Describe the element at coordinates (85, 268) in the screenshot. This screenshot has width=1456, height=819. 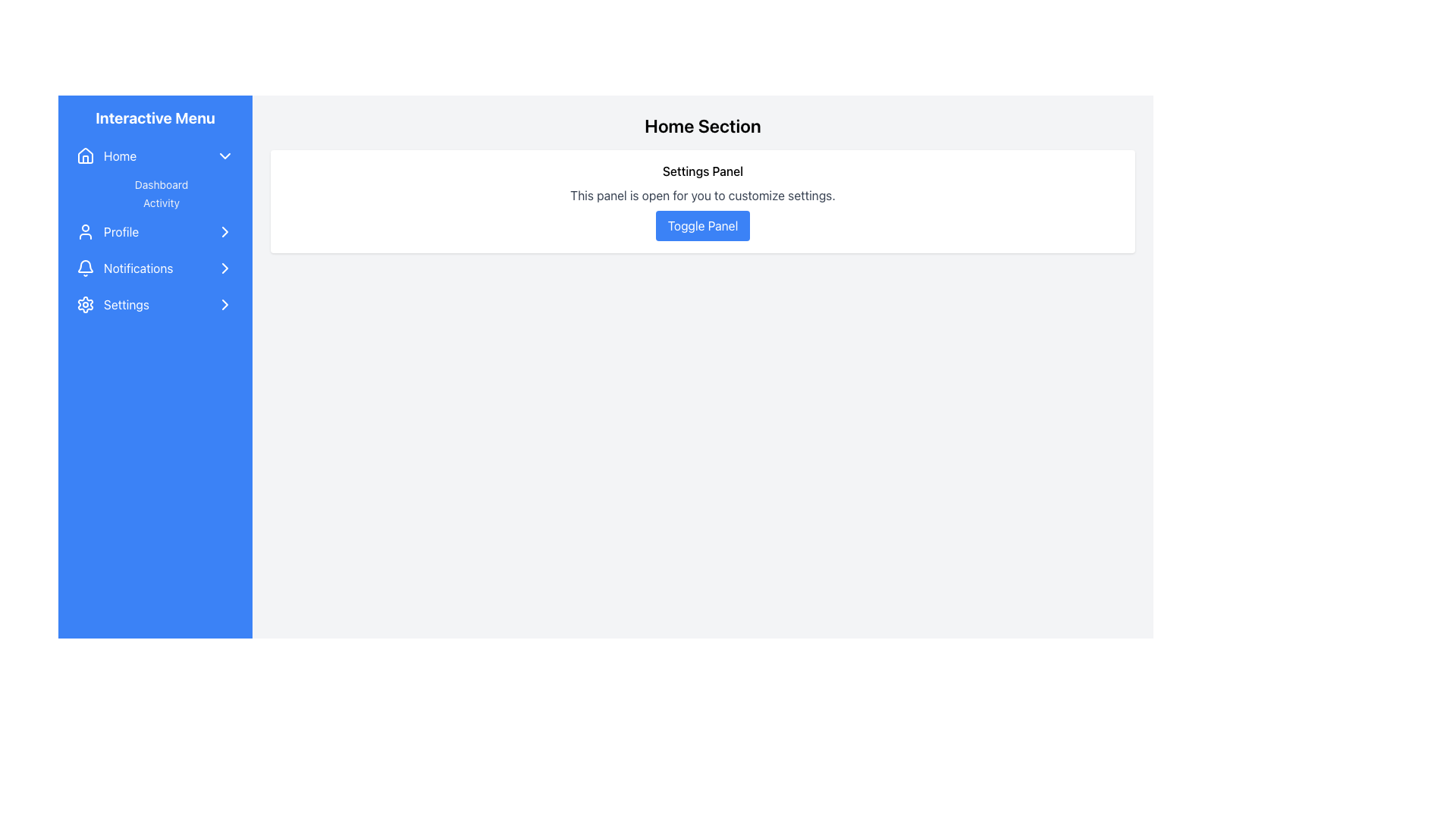
I see `the Notifications icon, which is located on the left-hand side navigation menu, immediately to the left of the 'Notifications' text` at that location.